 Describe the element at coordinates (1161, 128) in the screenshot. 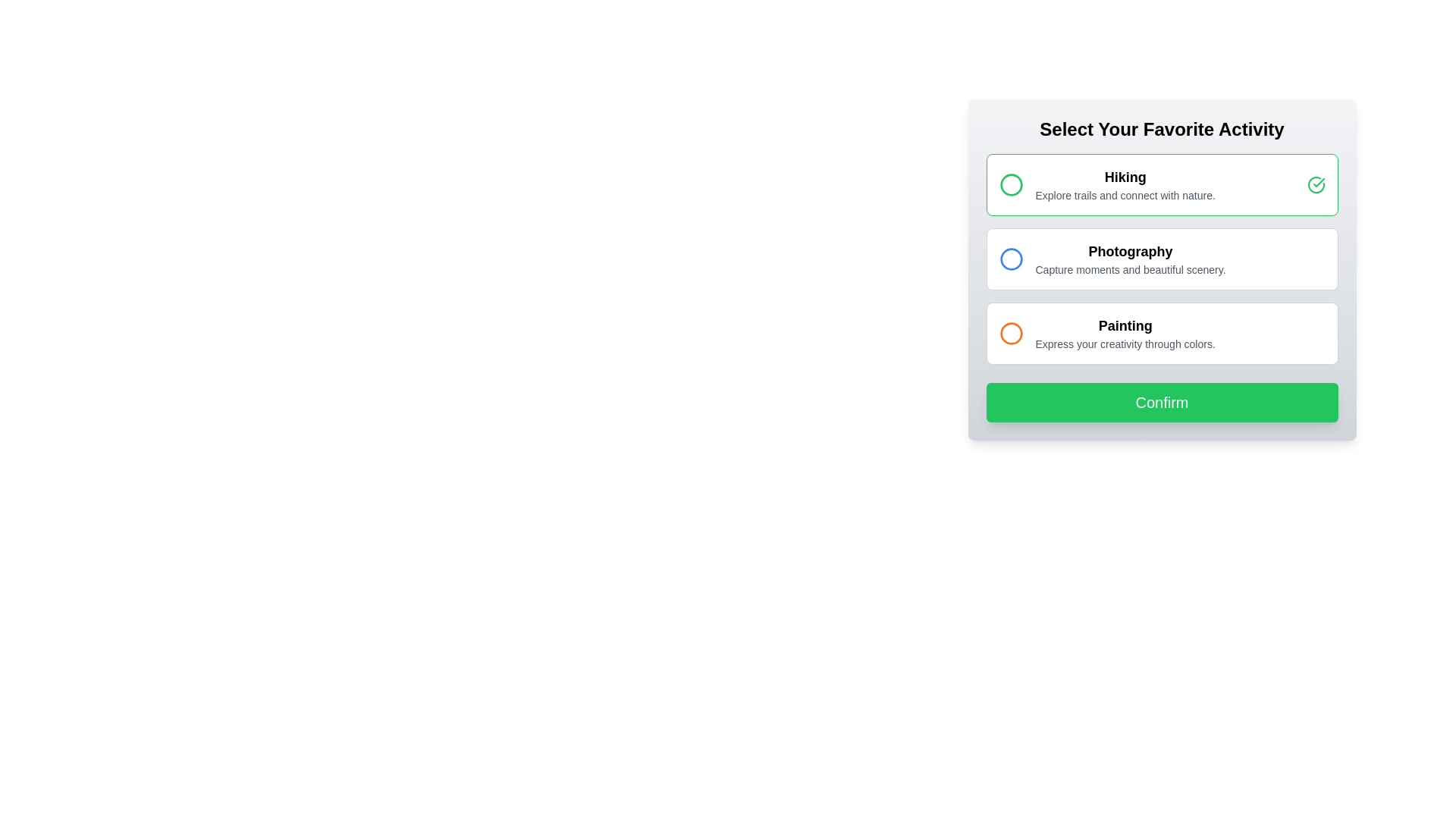

I see `the bolded large-font heading that reads 'Select Your Favorite Activity', which is centered at the top of the interface` at that location.